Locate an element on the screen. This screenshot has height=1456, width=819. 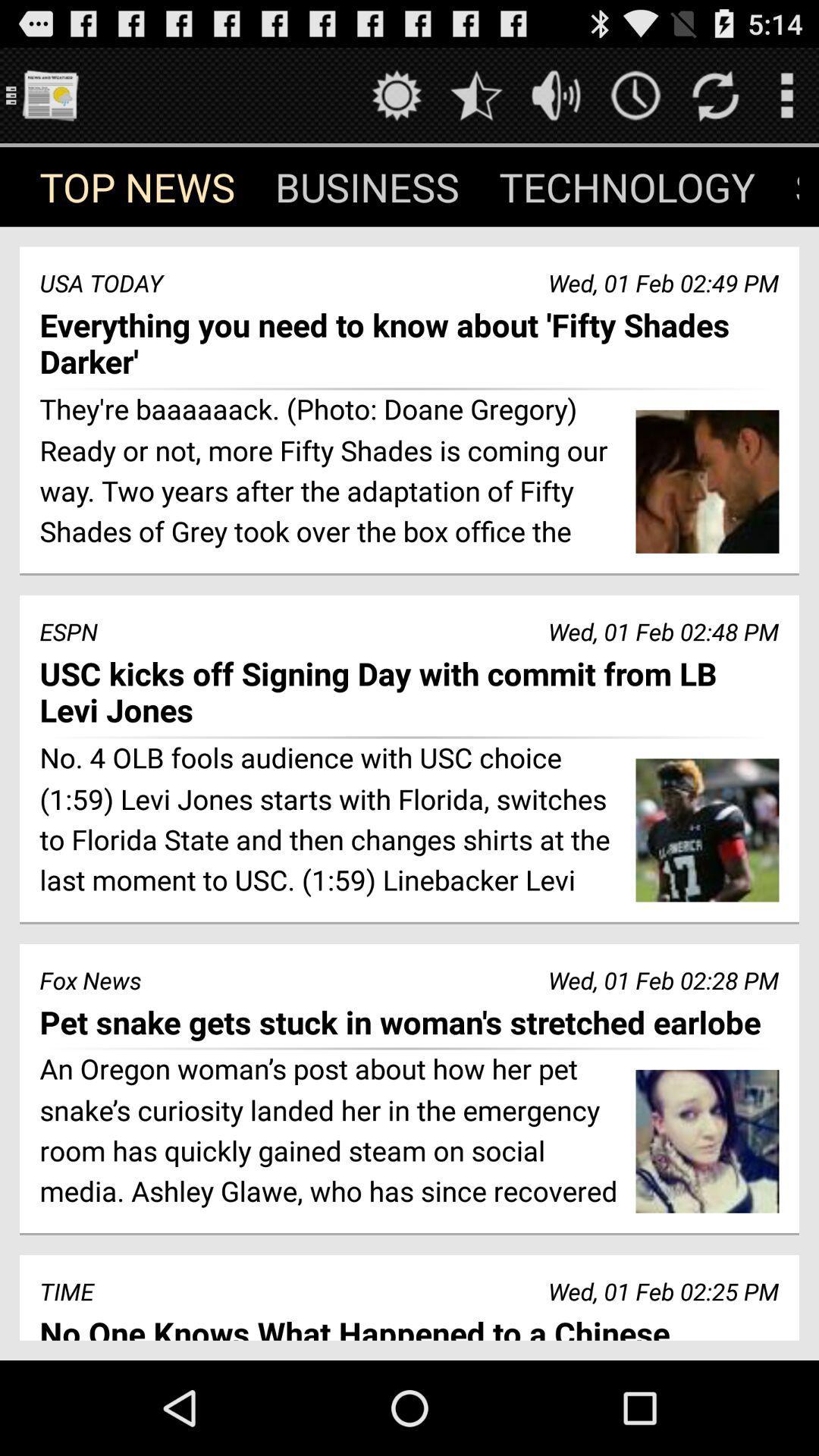
settings is located at coordinates (396, 94).